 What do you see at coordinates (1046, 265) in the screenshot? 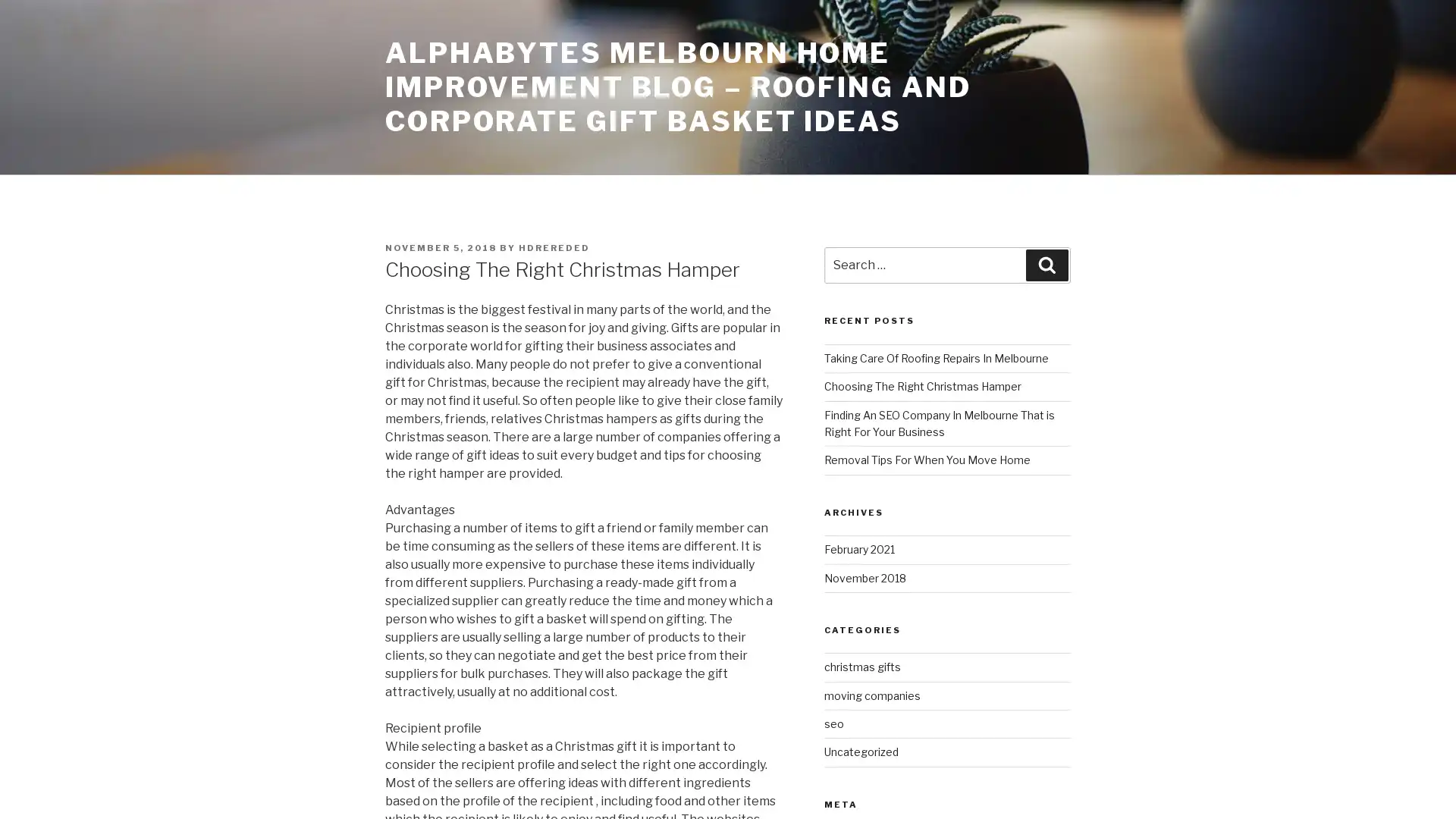
I see `Search` at bounding box center [1046, 265].